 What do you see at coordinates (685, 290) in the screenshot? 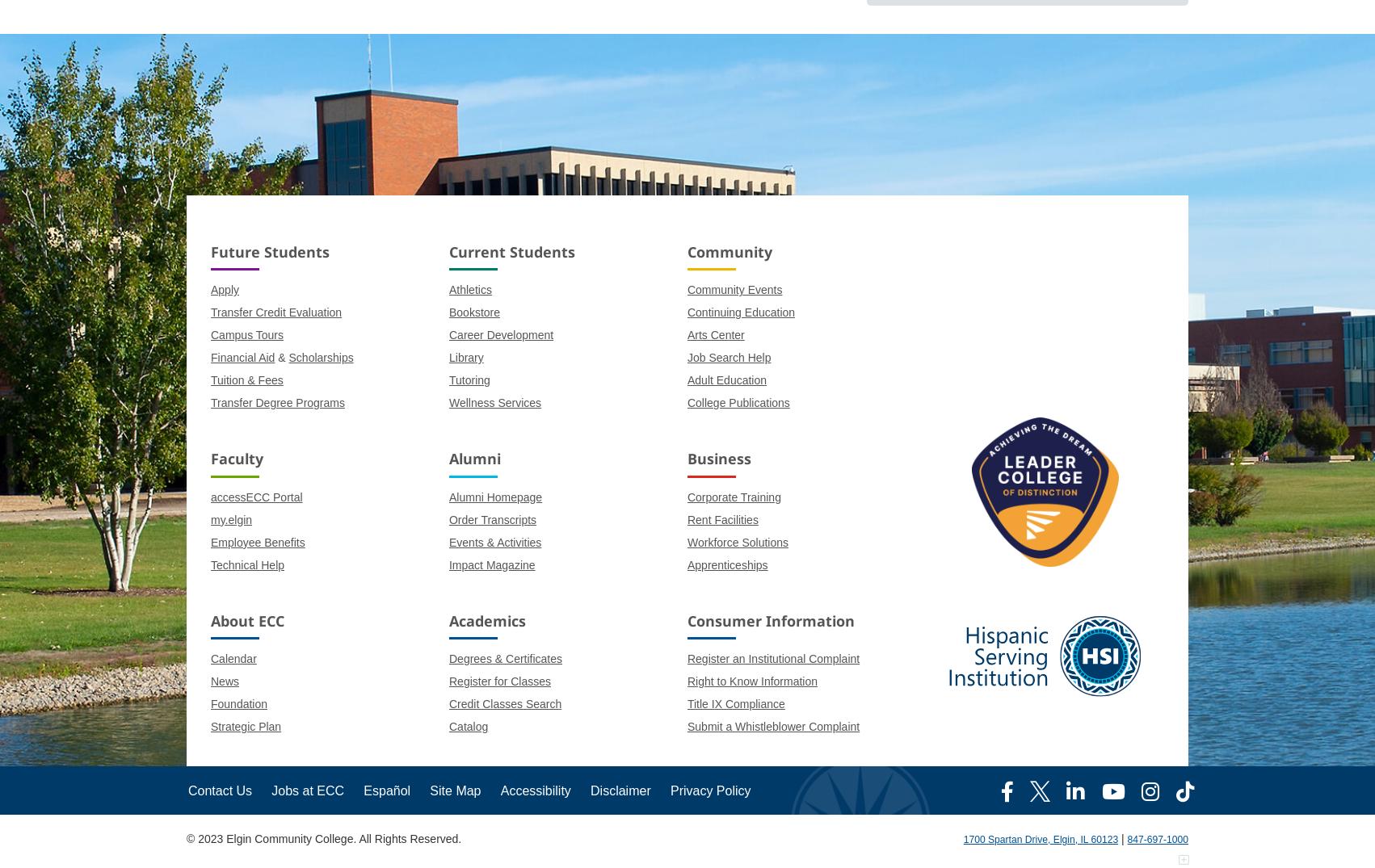
I see `'Community Events'` at bounding box center [685, 290].